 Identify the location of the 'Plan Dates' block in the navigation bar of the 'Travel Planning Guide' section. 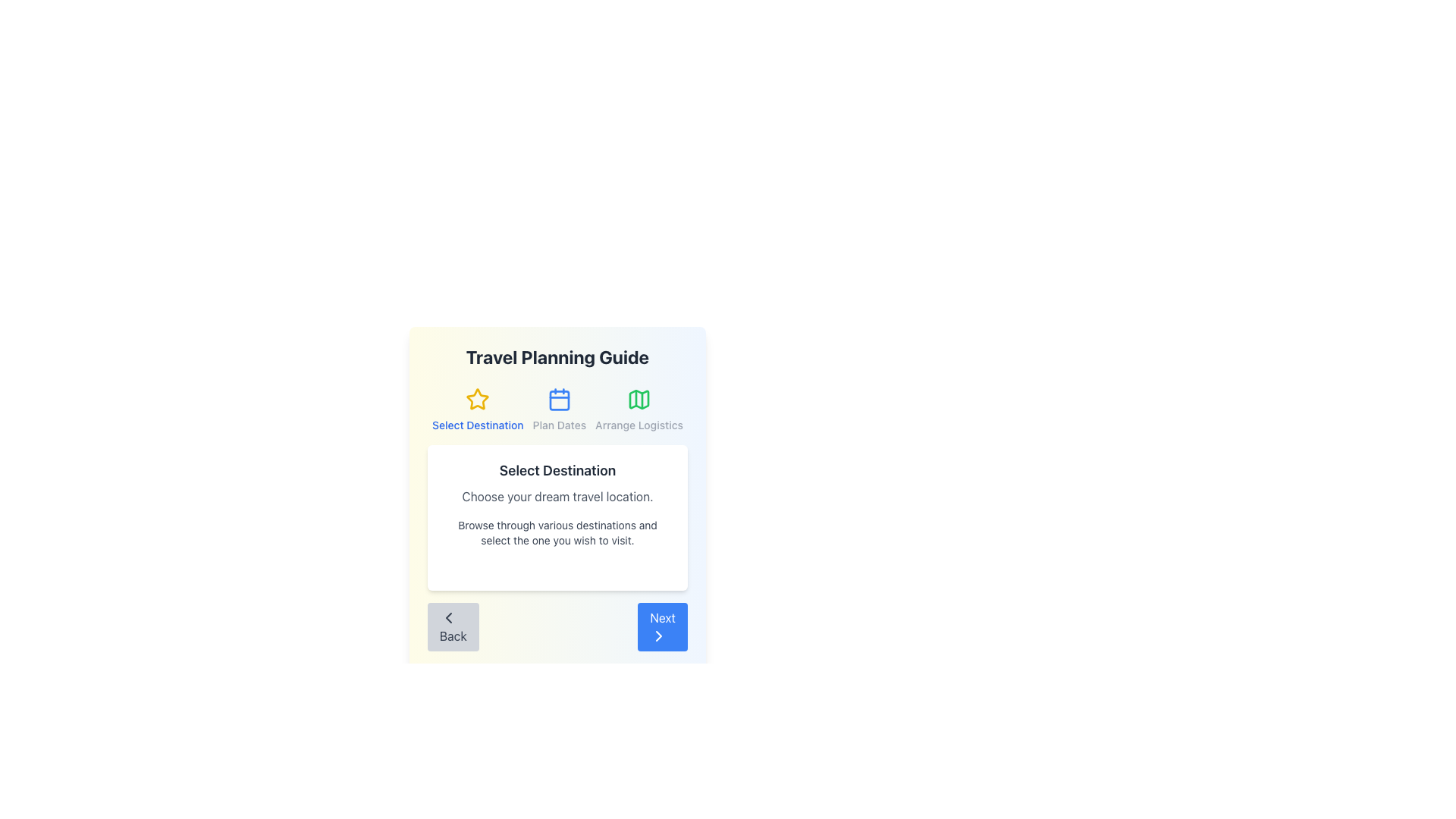
(557, 409).